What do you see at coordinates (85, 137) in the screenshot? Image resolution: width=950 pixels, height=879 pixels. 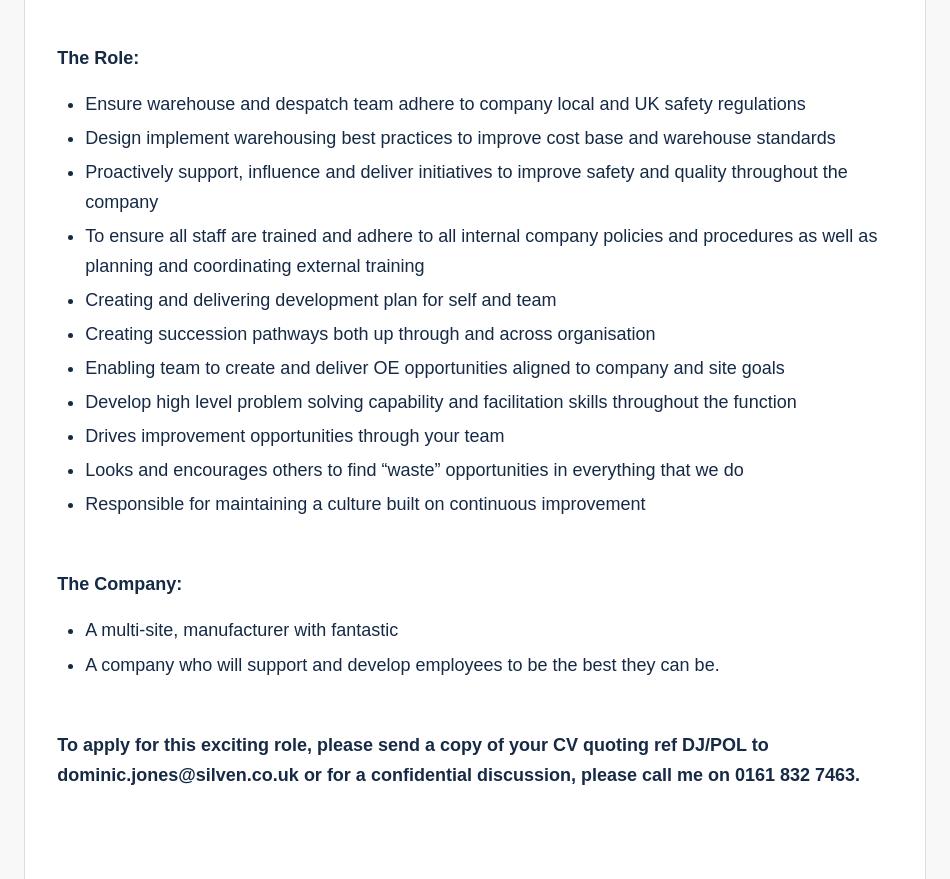 I see `'Design implement warehousing best practices to improve cost base and warehouse standards'` at bounding box center [85, 137].